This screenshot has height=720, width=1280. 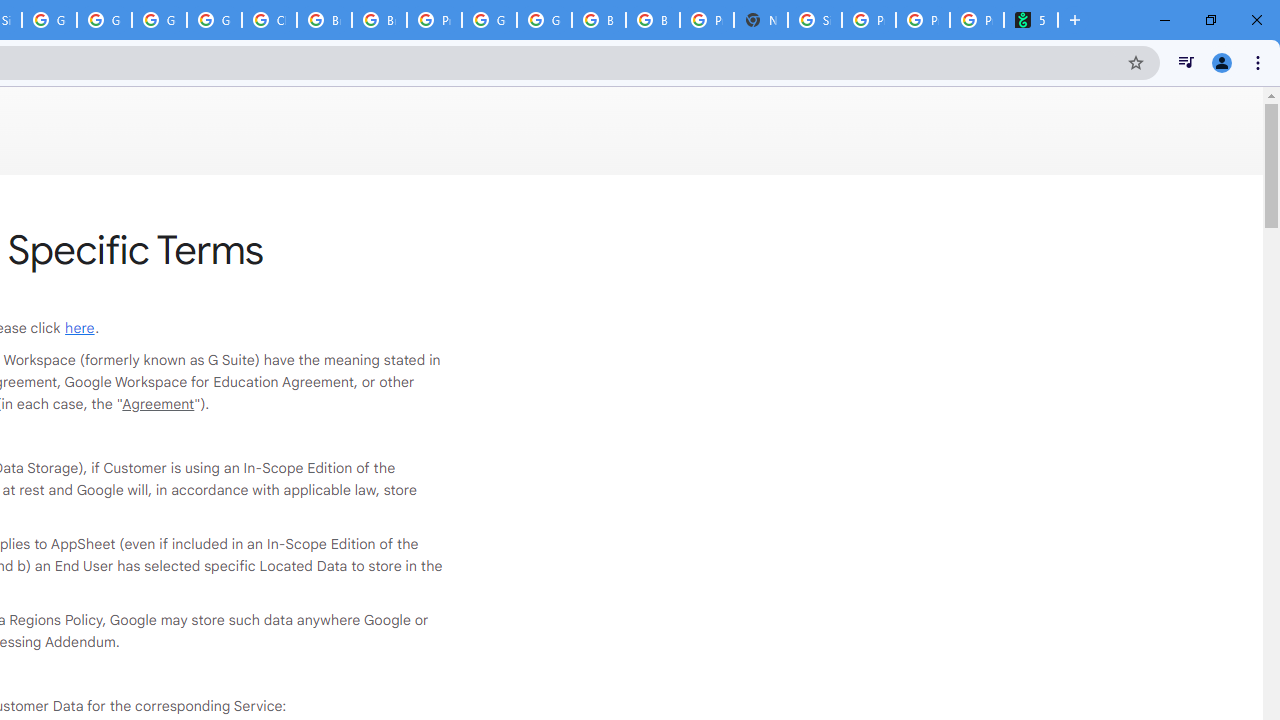 I want to click on 'Browse Chrome as a guest - Computer - Google Chrome Help', so click(x=379, y=20).